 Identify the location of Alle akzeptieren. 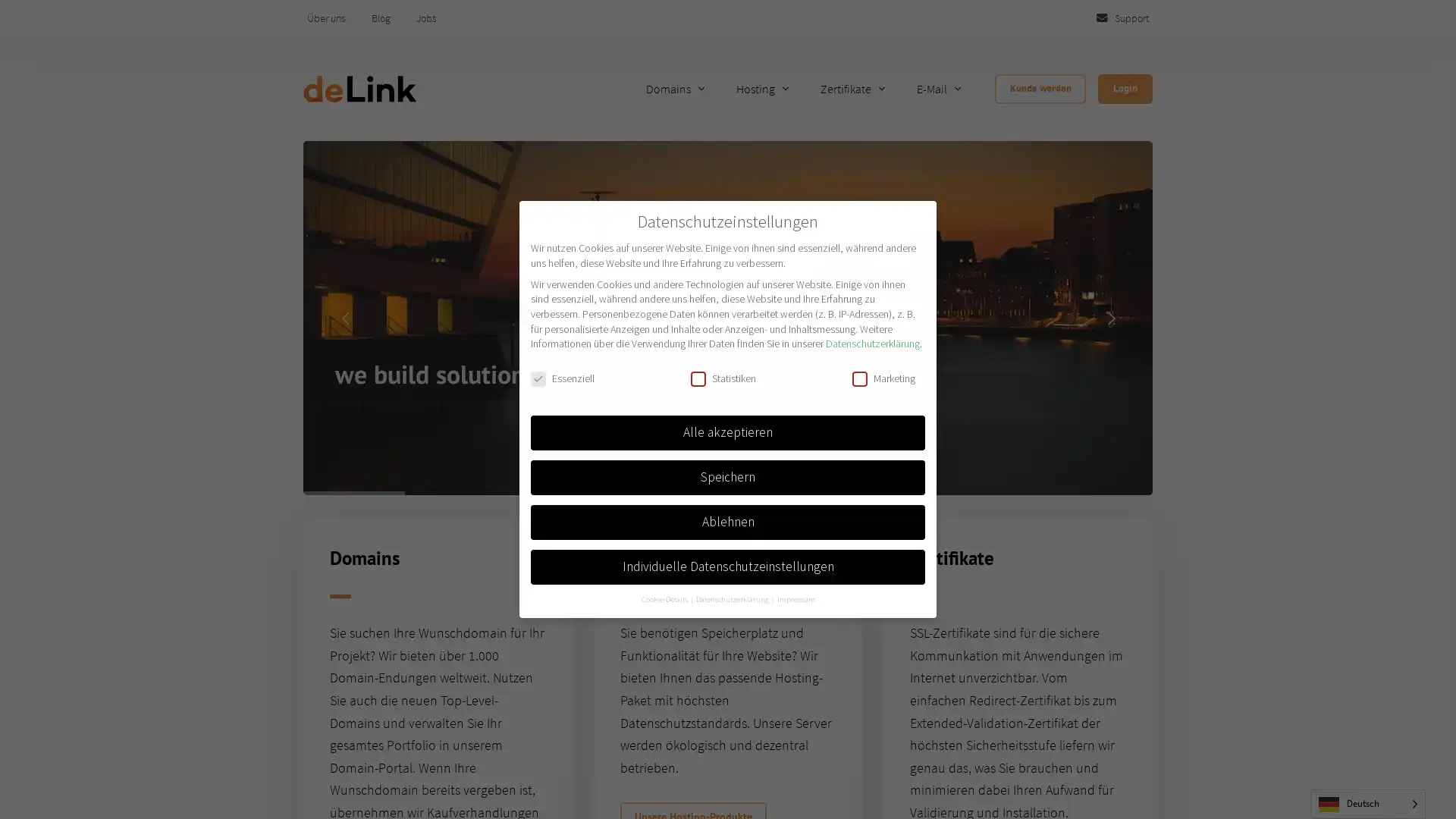
(580, 780).